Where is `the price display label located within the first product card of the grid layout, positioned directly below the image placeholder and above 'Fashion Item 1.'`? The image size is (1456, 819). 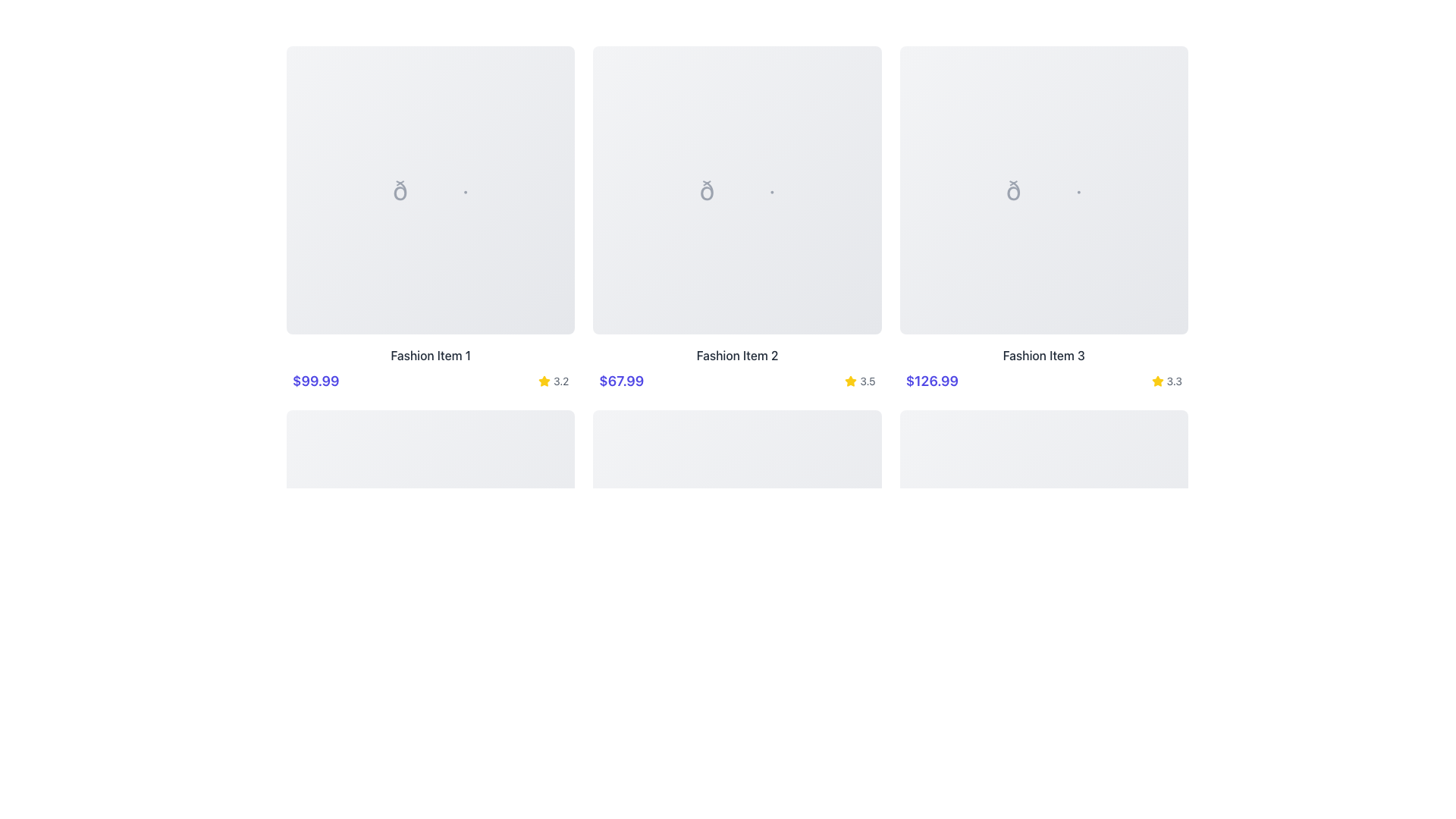
the price display label located within the first product card of the grid layout, positioned directly below the image placeholder and above 'Fashion Item 1.' is located at coordinates (315, 381).